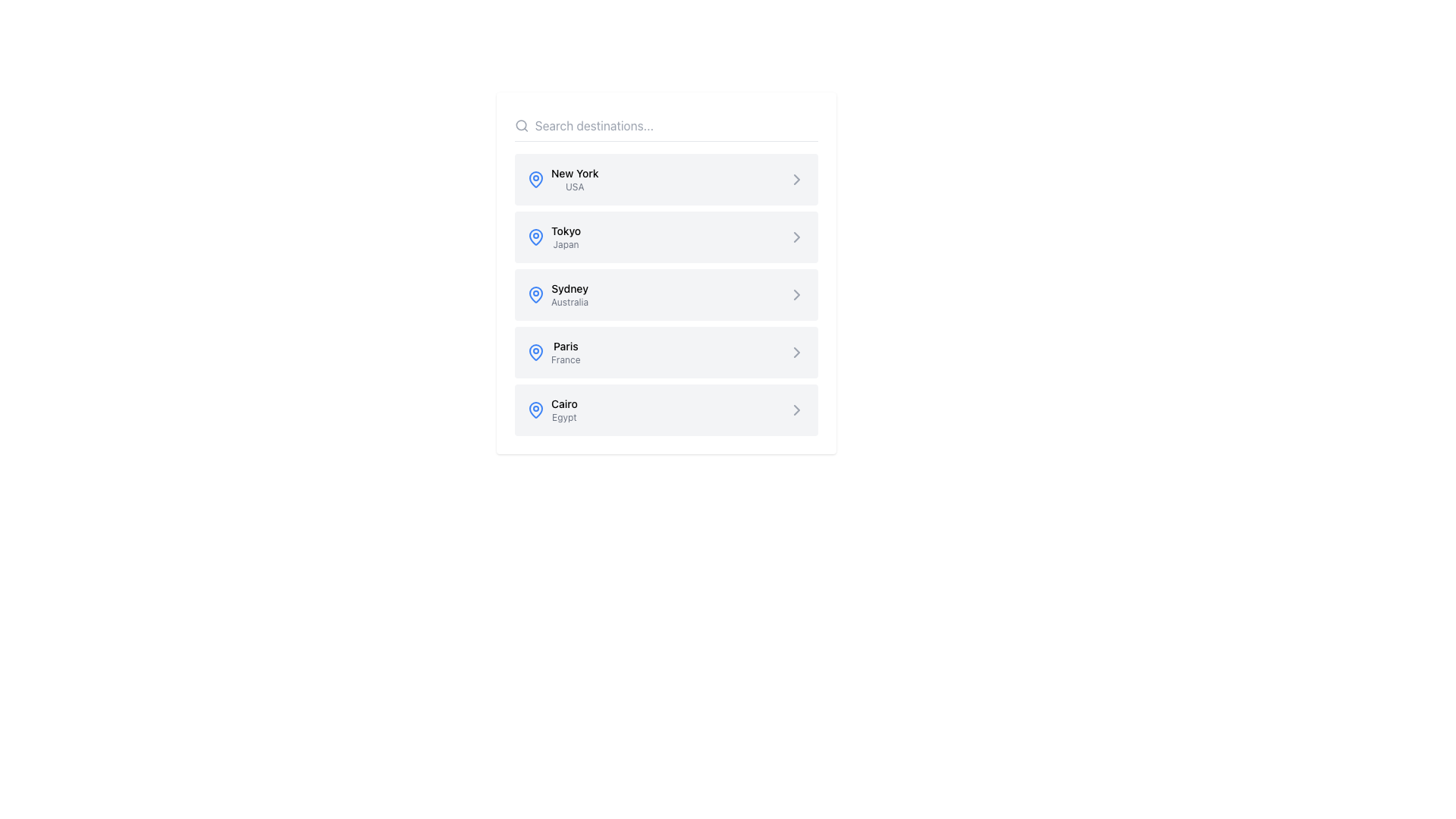 This screenshot has width=1456, height=819. Describe the element at coordinates (666, 353) in the screenshot. I see `the light gray rectangular list item labeled 'Paris'` at that location.